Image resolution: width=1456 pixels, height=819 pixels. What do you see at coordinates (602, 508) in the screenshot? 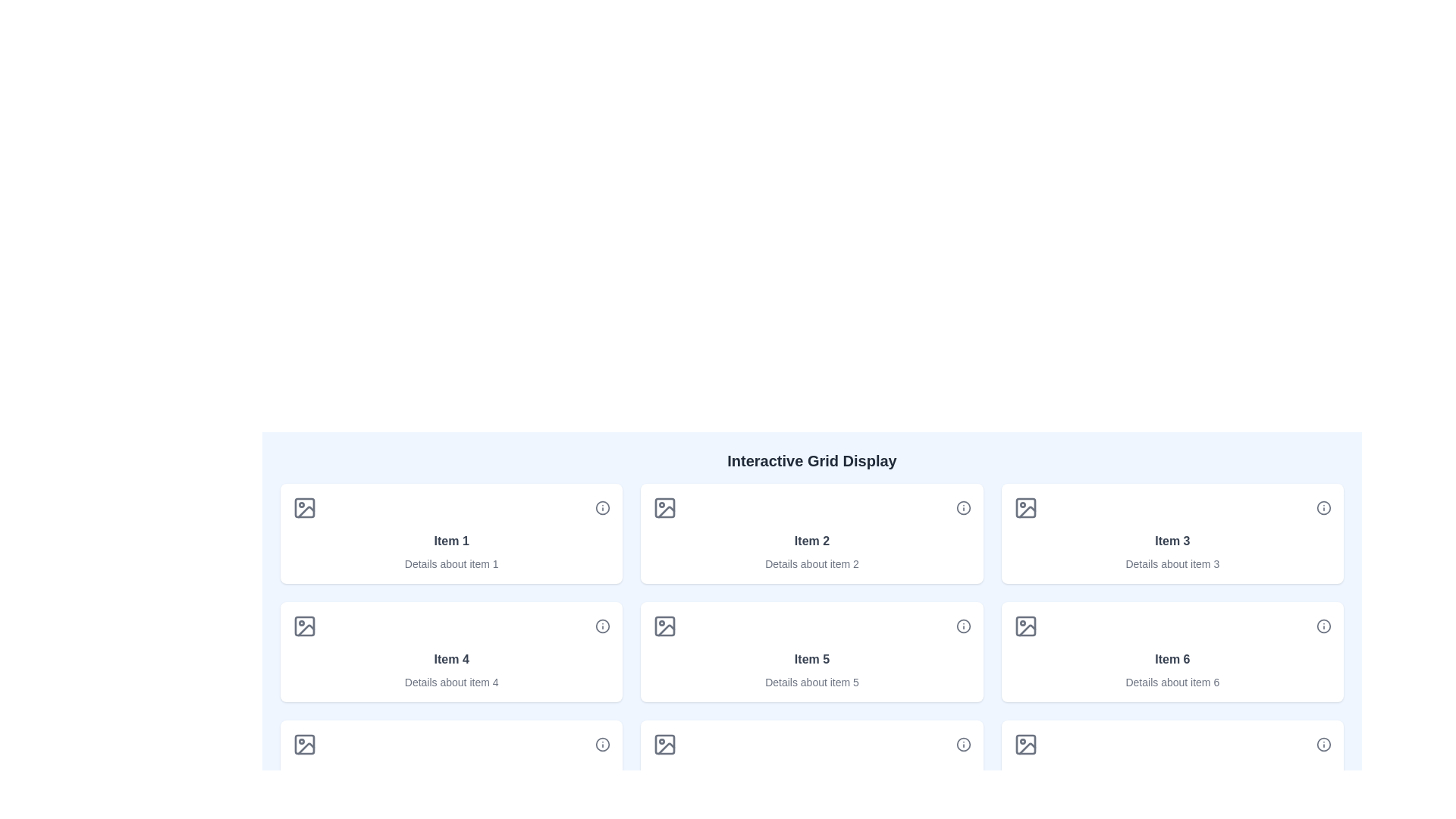
I see `the circular icon with a defined border stroke located in the top-right corner of the card representing 'Item 1' in the interactive grid layout` at bounding box center [602, 508].